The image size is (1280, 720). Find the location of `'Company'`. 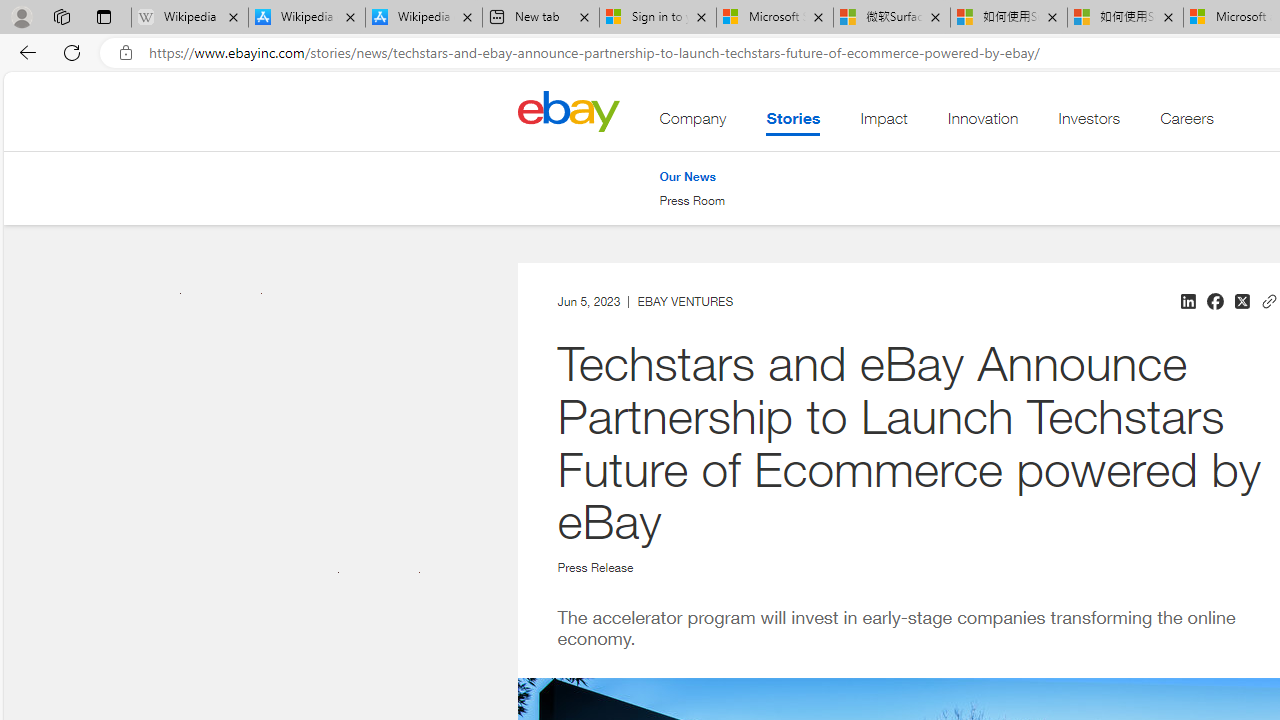

'Company' is located at coordinates (693, 123).